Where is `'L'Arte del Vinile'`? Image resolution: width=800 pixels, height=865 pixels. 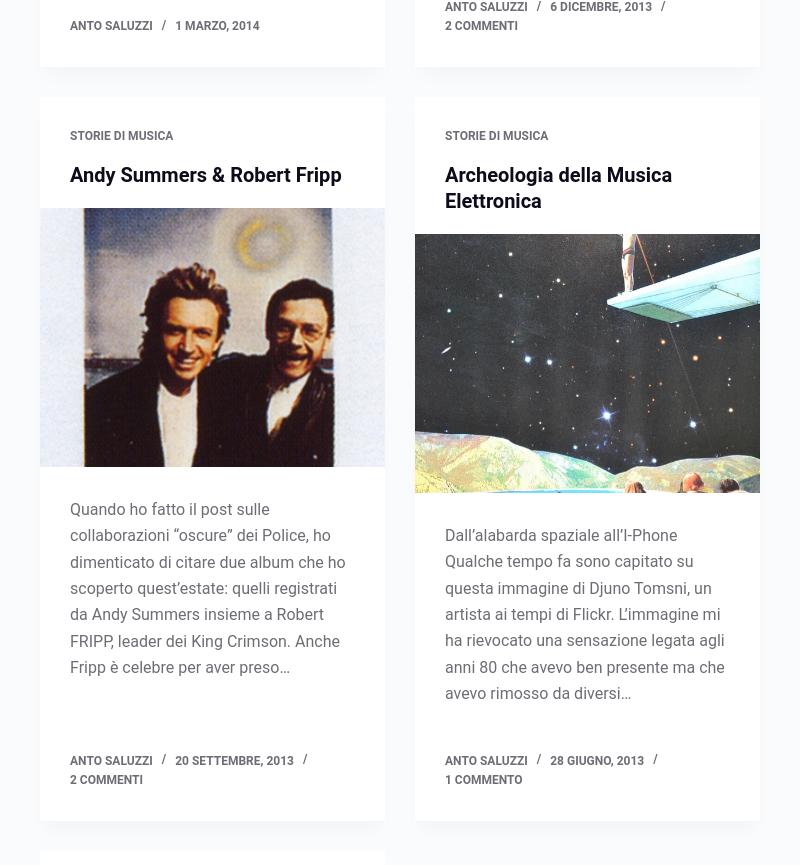 'L'Arte del Vinile' is located at coordinates (92, 514).